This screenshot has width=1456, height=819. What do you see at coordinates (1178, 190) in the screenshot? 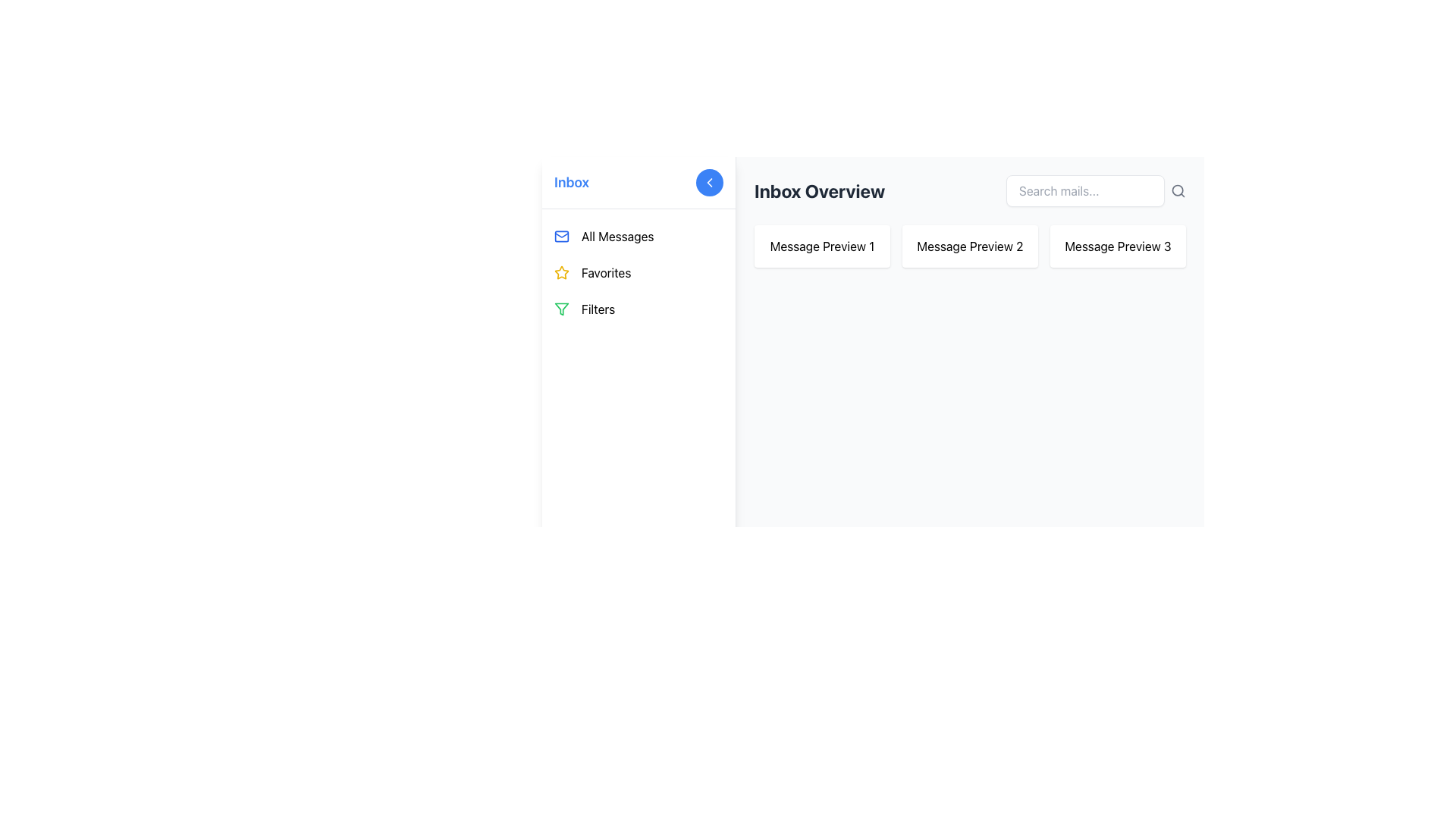
I see `the magnifying glass icon, which is a minimalistic outline design in gray, located adjacent to the right of the search input field with placeholder text 'Search mails...'` at bounding box center [1178, 190].